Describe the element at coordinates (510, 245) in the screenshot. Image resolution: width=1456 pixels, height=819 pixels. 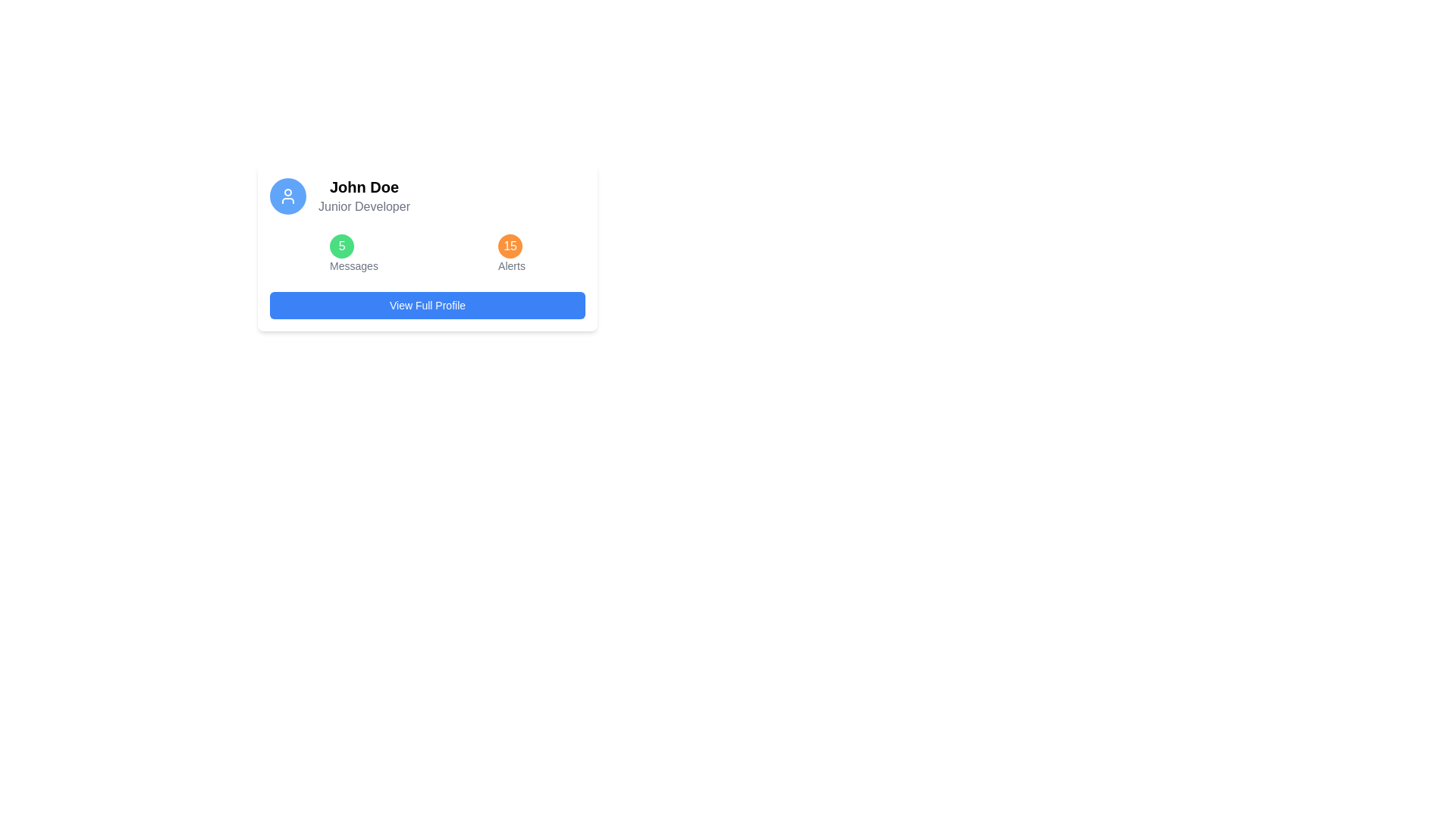
I see `the alert represented by the Notification Badge, which is positioned to the left of the text 'Alerts'` at that location.